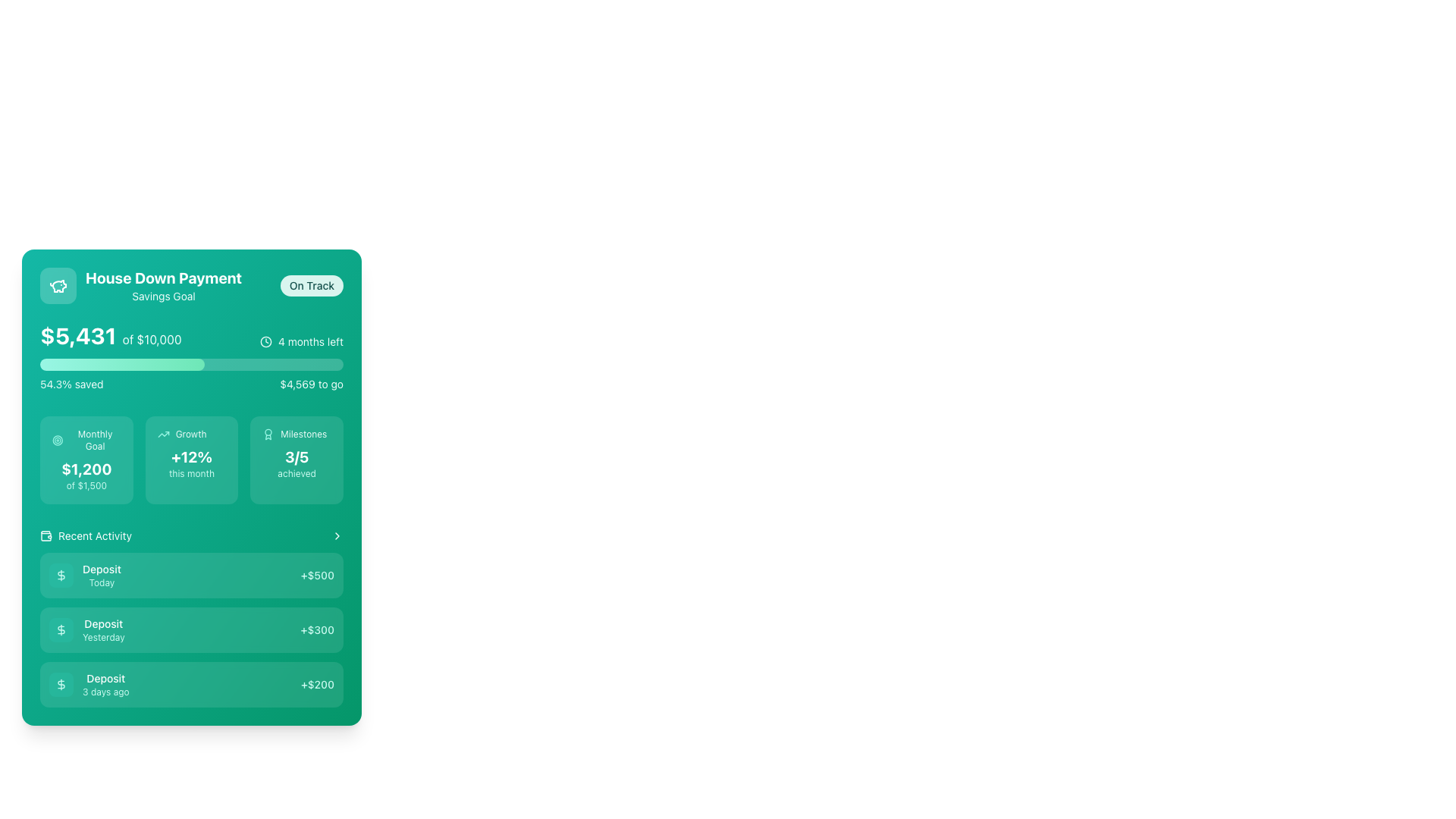 This screenshot has height=819, width=1456. Describe the element at coordinates (310, 342) in the screenshot. I see `the text label displaying '4 months left' which is styled in a small white sans-serif font and positioned within a teal-colored interface` at that location.